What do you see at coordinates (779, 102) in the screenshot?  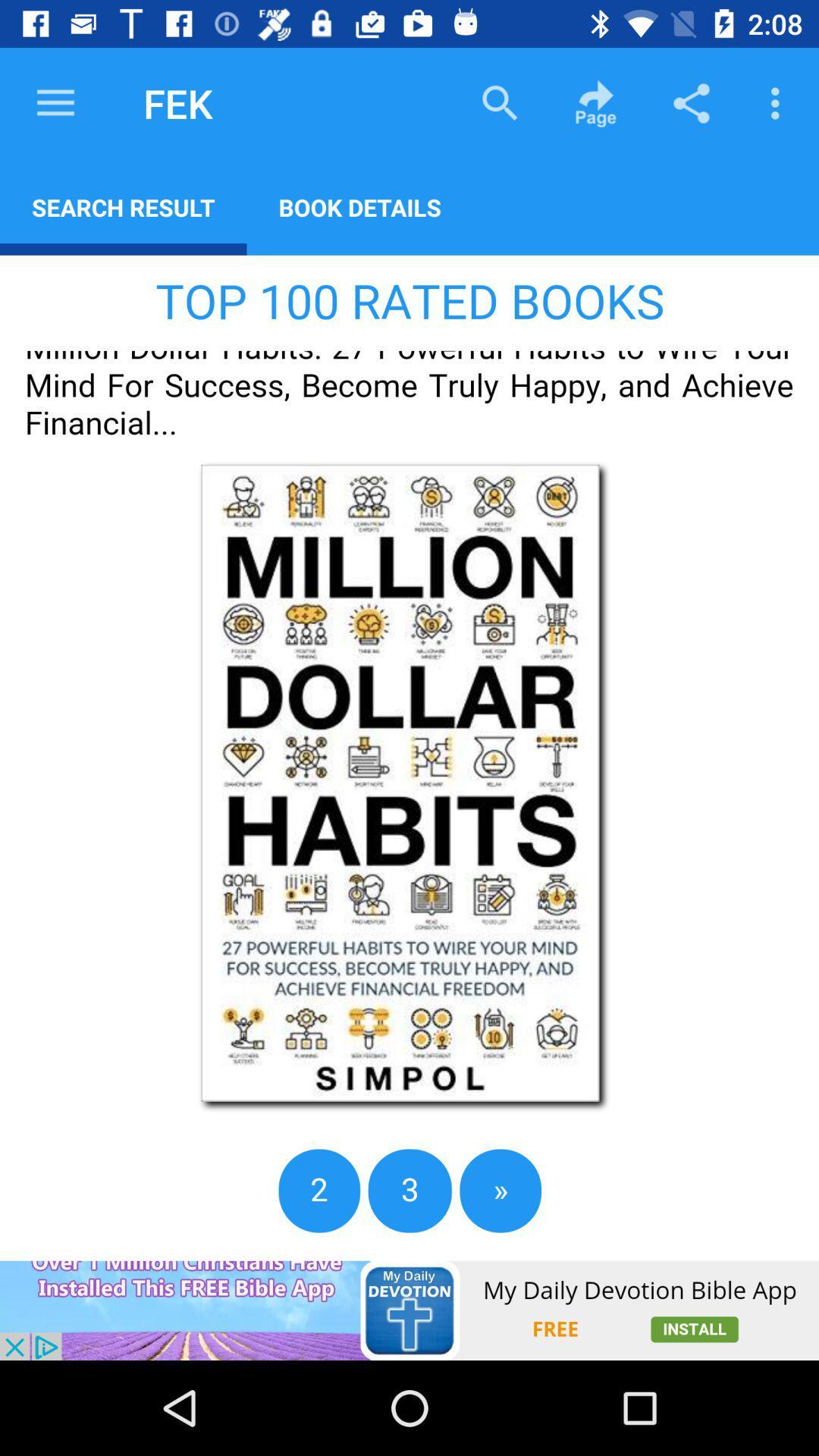 I see `the more icon` at bounding box center [779, 102].